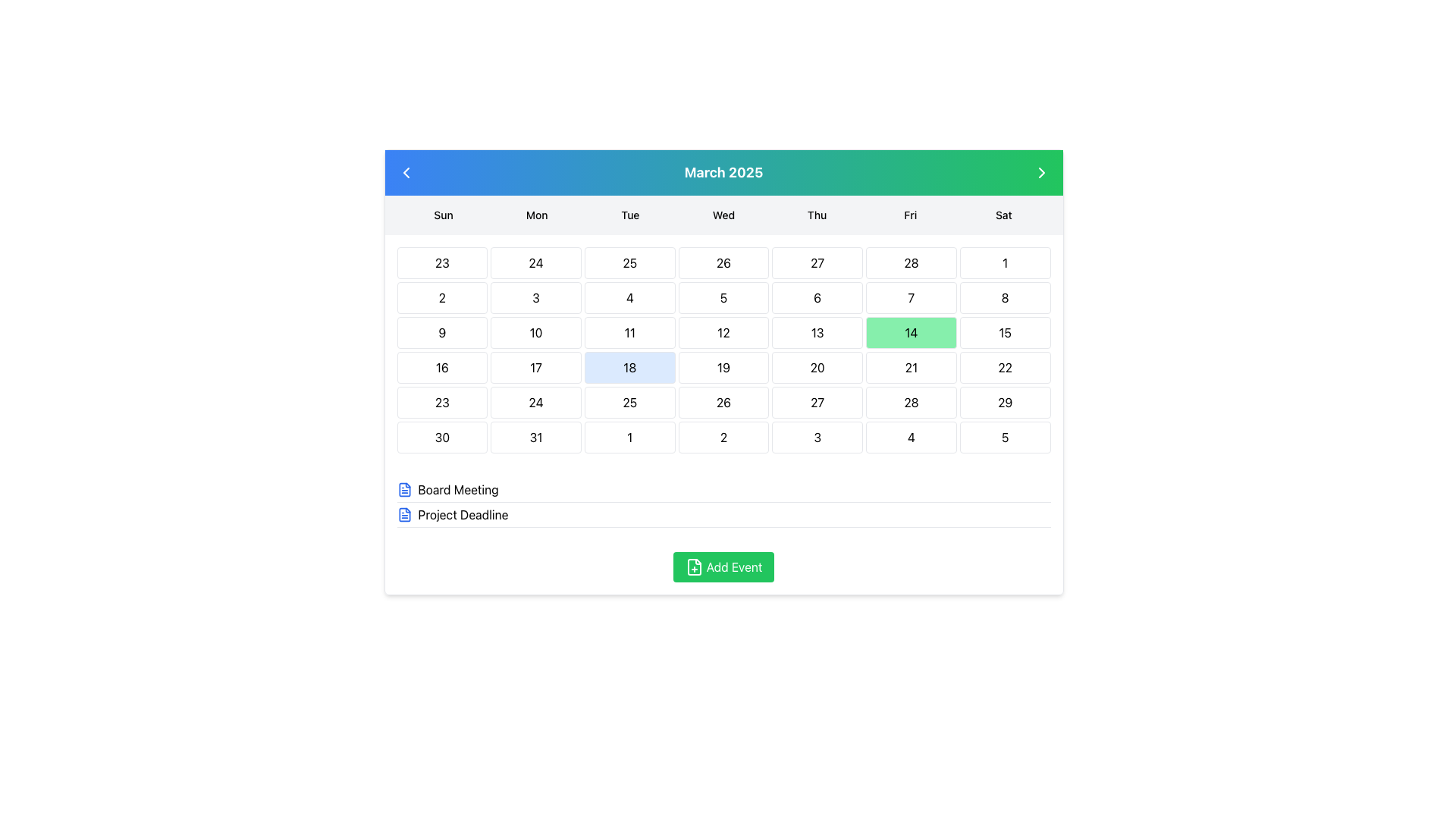  Describe the element at coordinates (404, 513) in the screenshot. I see `the 'Project Deadline' icon` at that location.